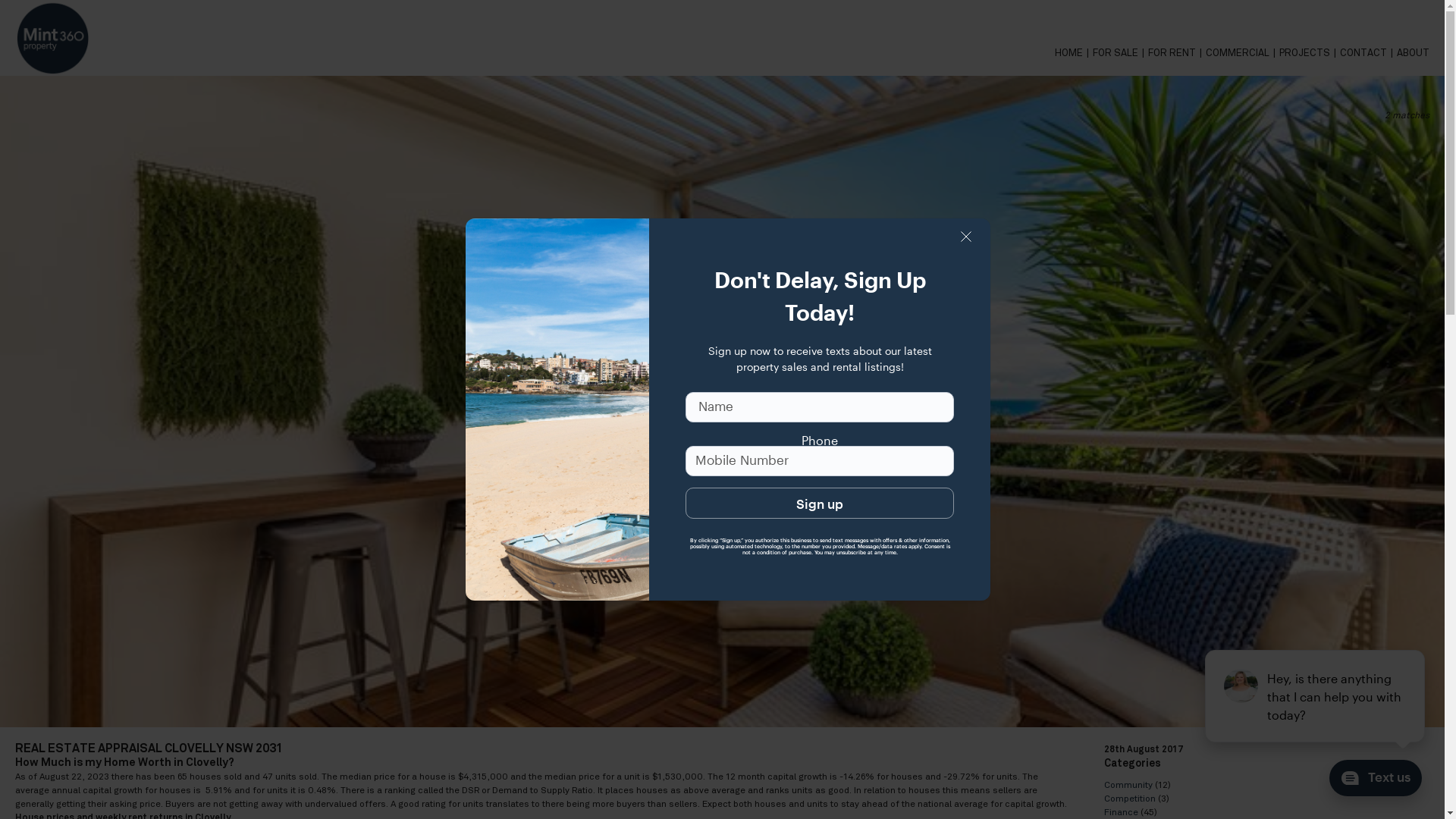  What do you see at coordinates (1314, 696) in the screenshot?
I see `'podium webchat widget prompt'` at bounding box center [1314, 696].